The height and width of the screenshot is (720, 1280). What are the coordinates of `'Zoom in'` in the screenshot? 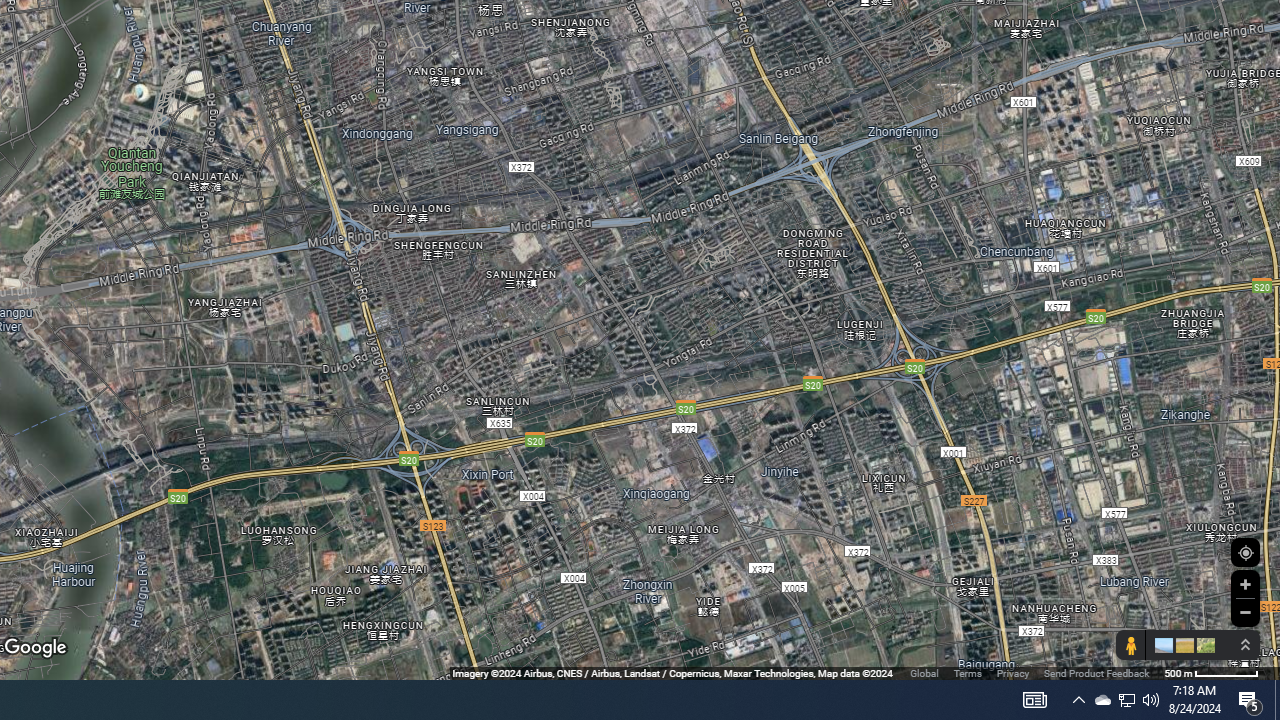 It's located at (1244, 584).